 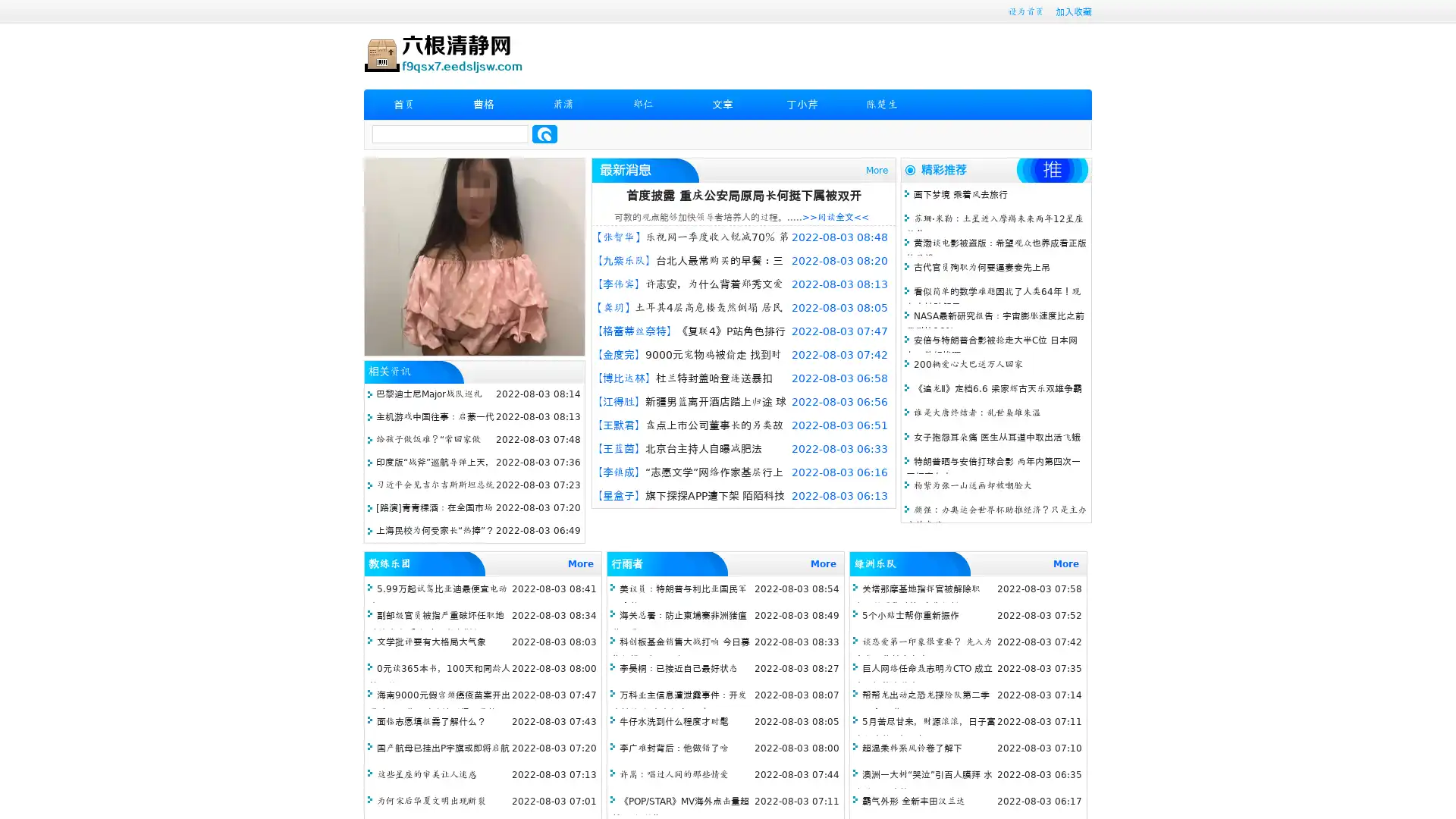 What do you see at coordinates (544, 133) in the screenshot?
I see `Search` at bounding box center [544, 133].